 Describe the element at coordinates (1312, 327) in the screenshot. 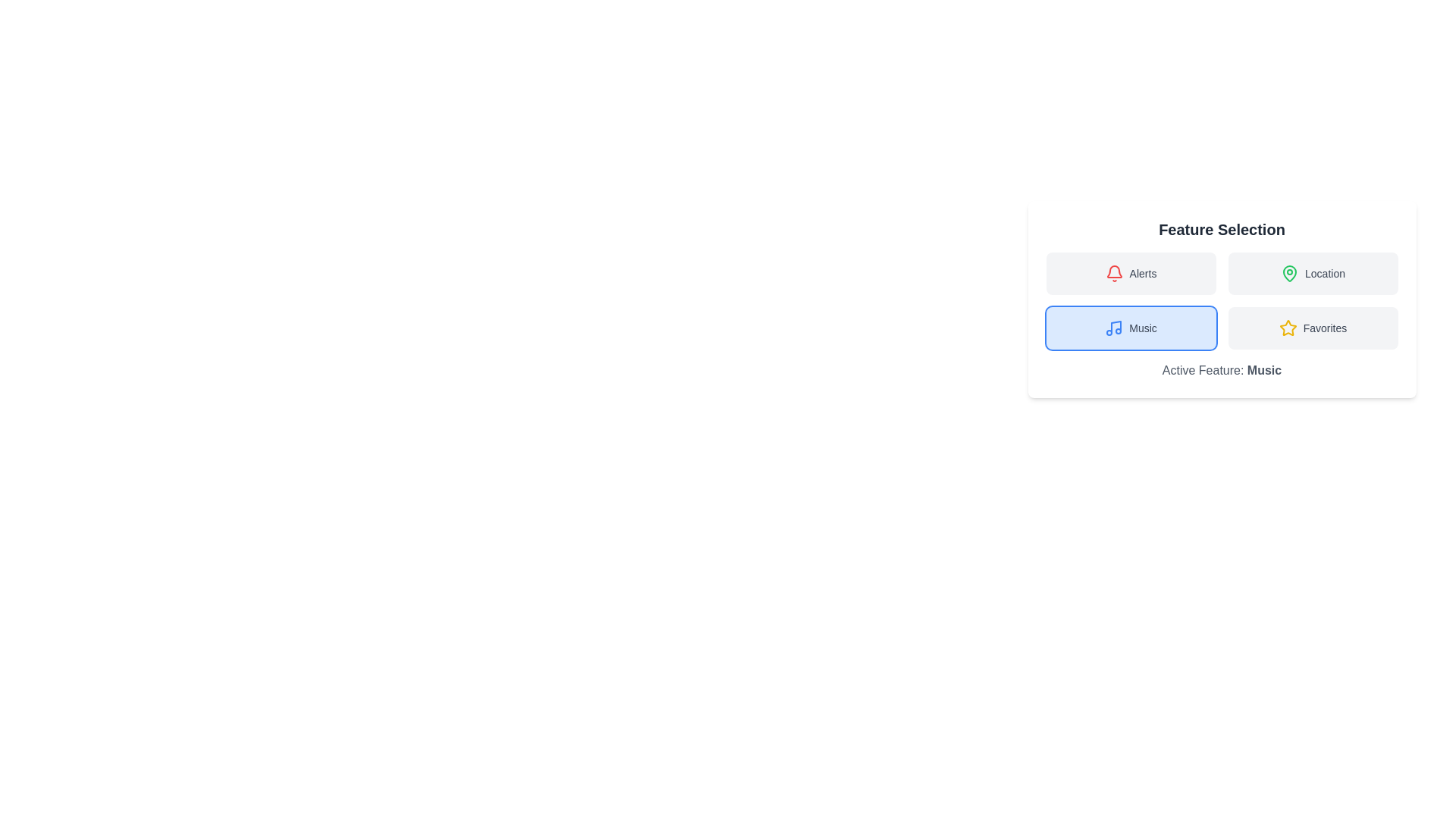

I see `the Favorites button to observe its color change` at that location.